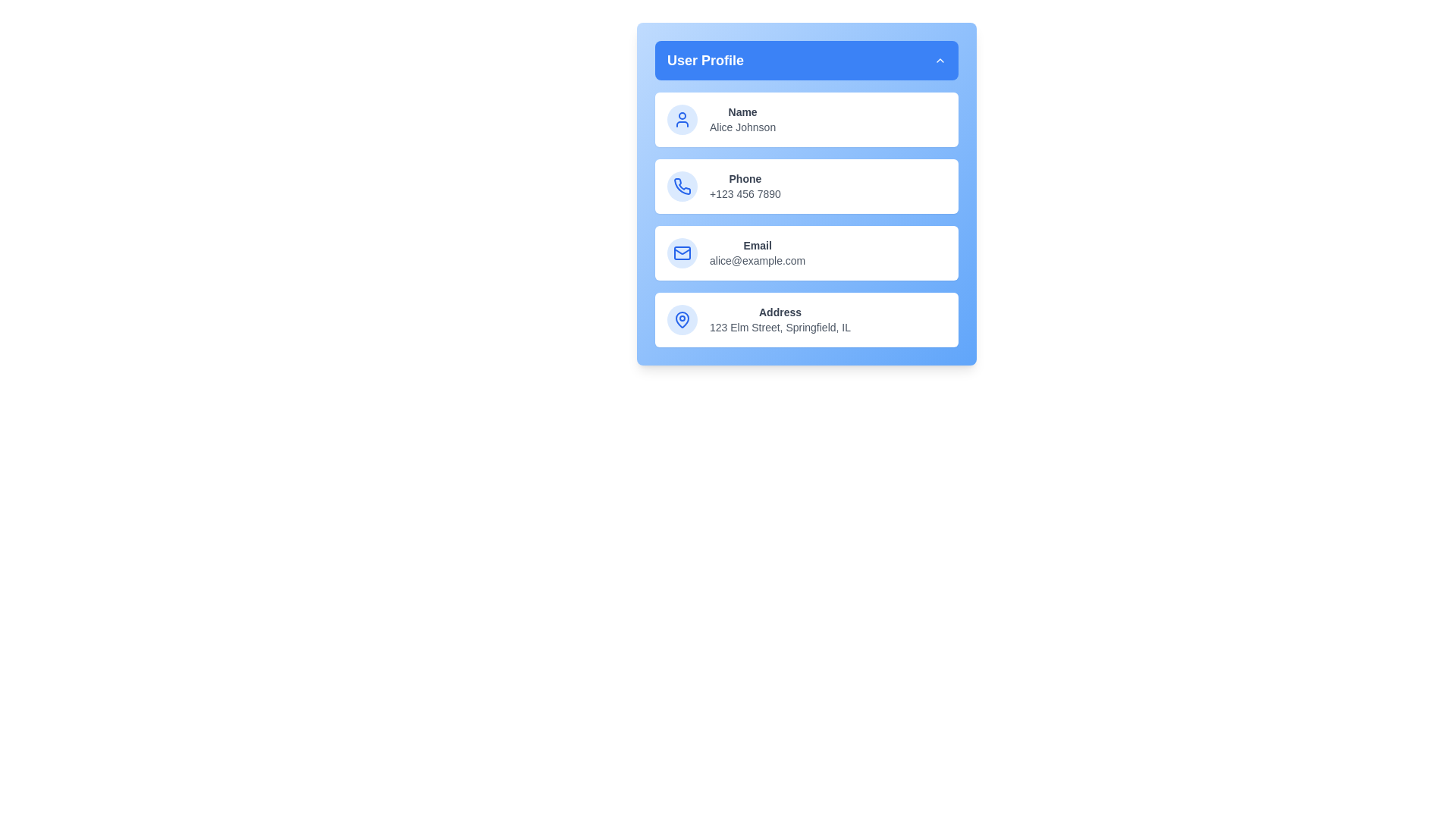 This screenshot has height=819, width=1456. I want to click on the email icon located at the top-left corner of the 'Email' section in the user profile card, which is adjacent to the text 'Email' and 'alice@example.com', so click(682, 253).